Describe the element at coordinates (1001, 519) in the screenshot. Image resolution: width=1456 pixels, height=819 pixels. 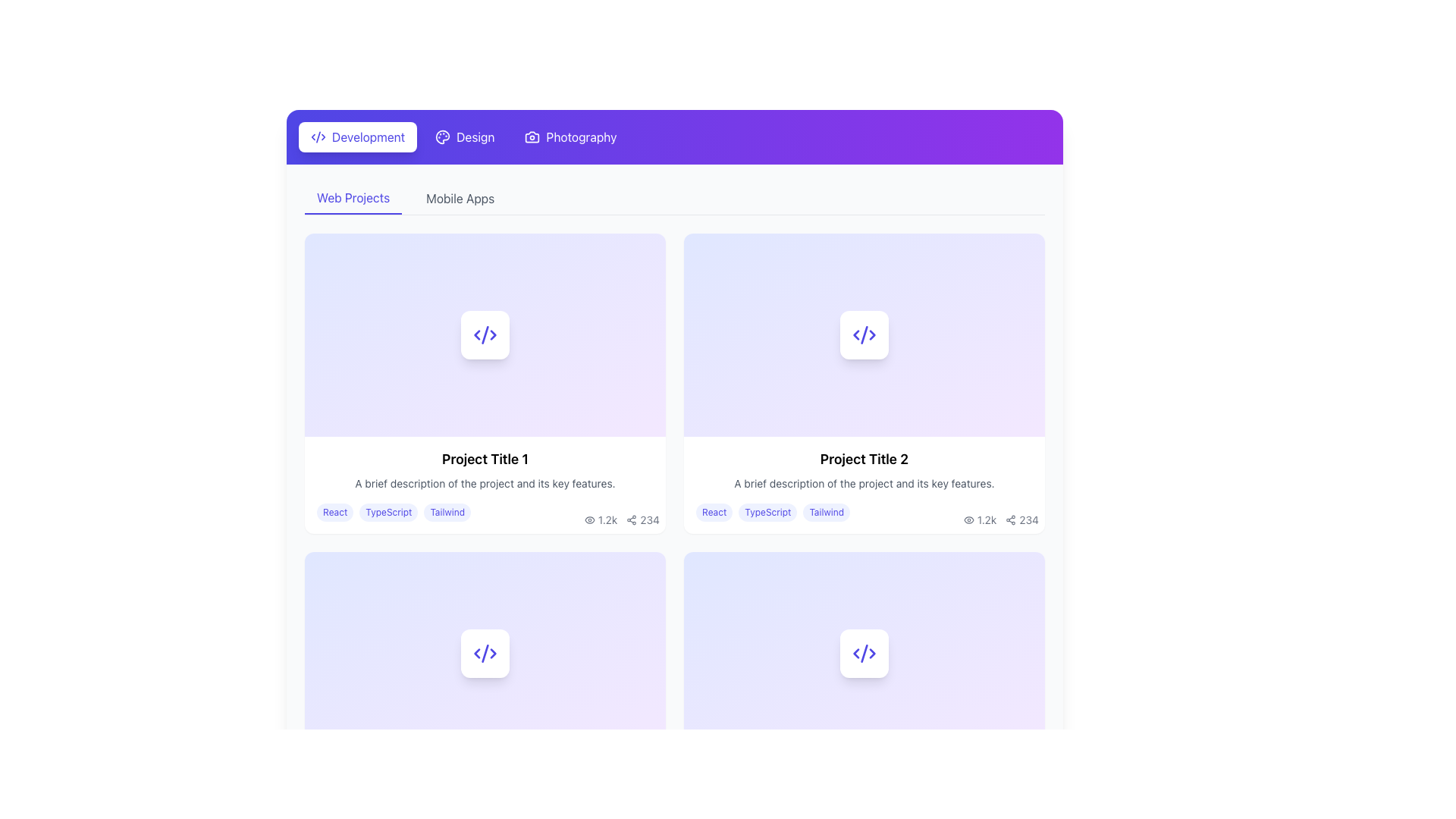
I see `the share icon located in the Metrics display at the bottom-right corner of the card titled 'Project Title 2'` at that location.